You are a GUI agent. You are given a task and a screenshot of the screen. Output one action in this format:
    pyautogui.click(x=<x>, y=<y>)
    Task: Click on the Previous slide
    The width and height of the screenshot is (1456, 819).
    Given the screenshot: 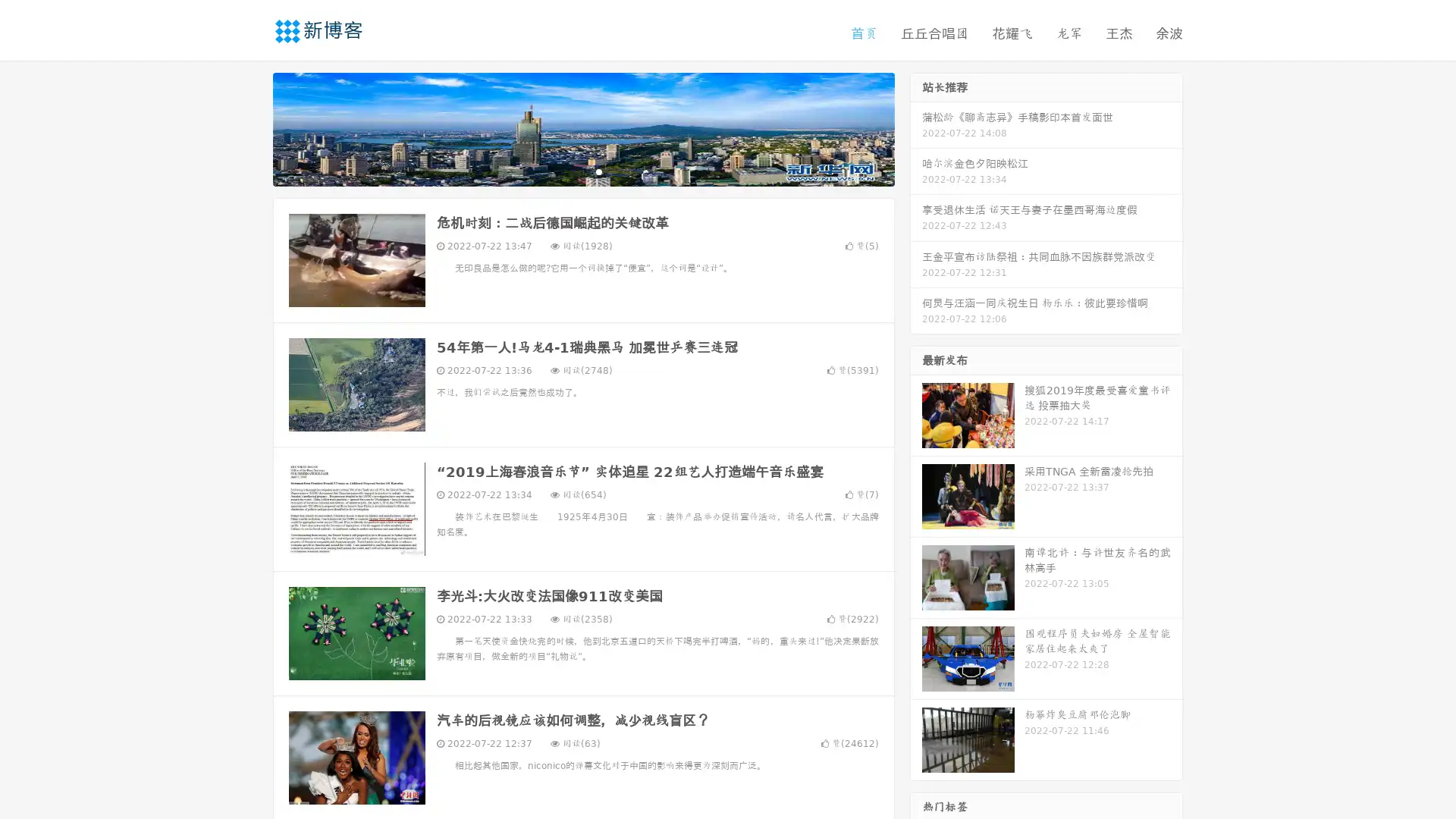 What is the action you would take?
    pyautogui.click(x=250, y=127)
    